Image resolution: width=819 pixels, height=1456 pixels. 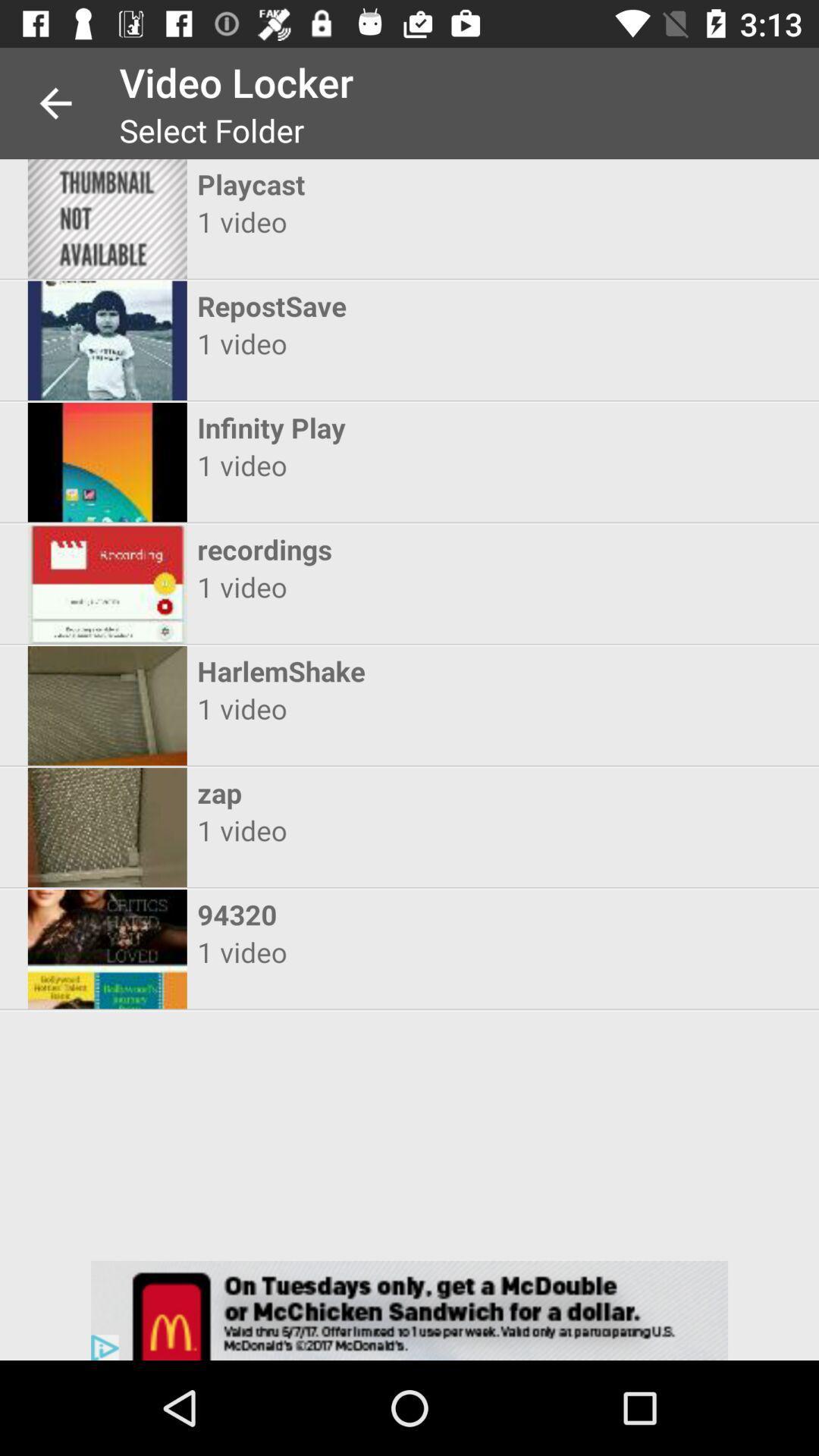 I want to click on the icon above 1 video item, so click(x=395, y=913).